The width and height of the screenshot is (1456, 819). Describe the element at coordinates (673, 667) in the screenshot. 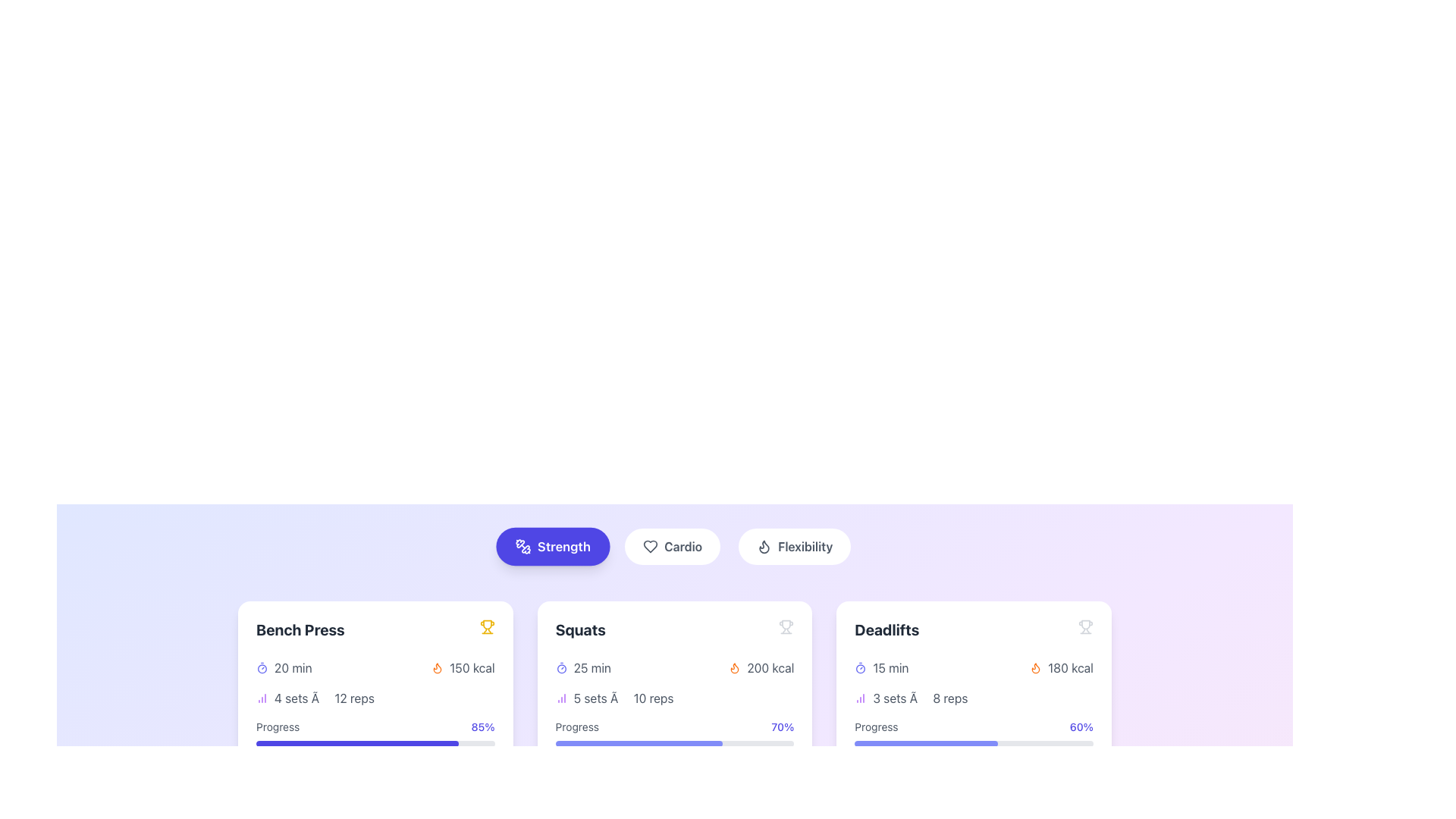

I see `the informational display bar that shows the duration ('25 min') and calorie count ('200 kcal') for the workout routine labeled 'Squats', located in the top section under the title` at that location.